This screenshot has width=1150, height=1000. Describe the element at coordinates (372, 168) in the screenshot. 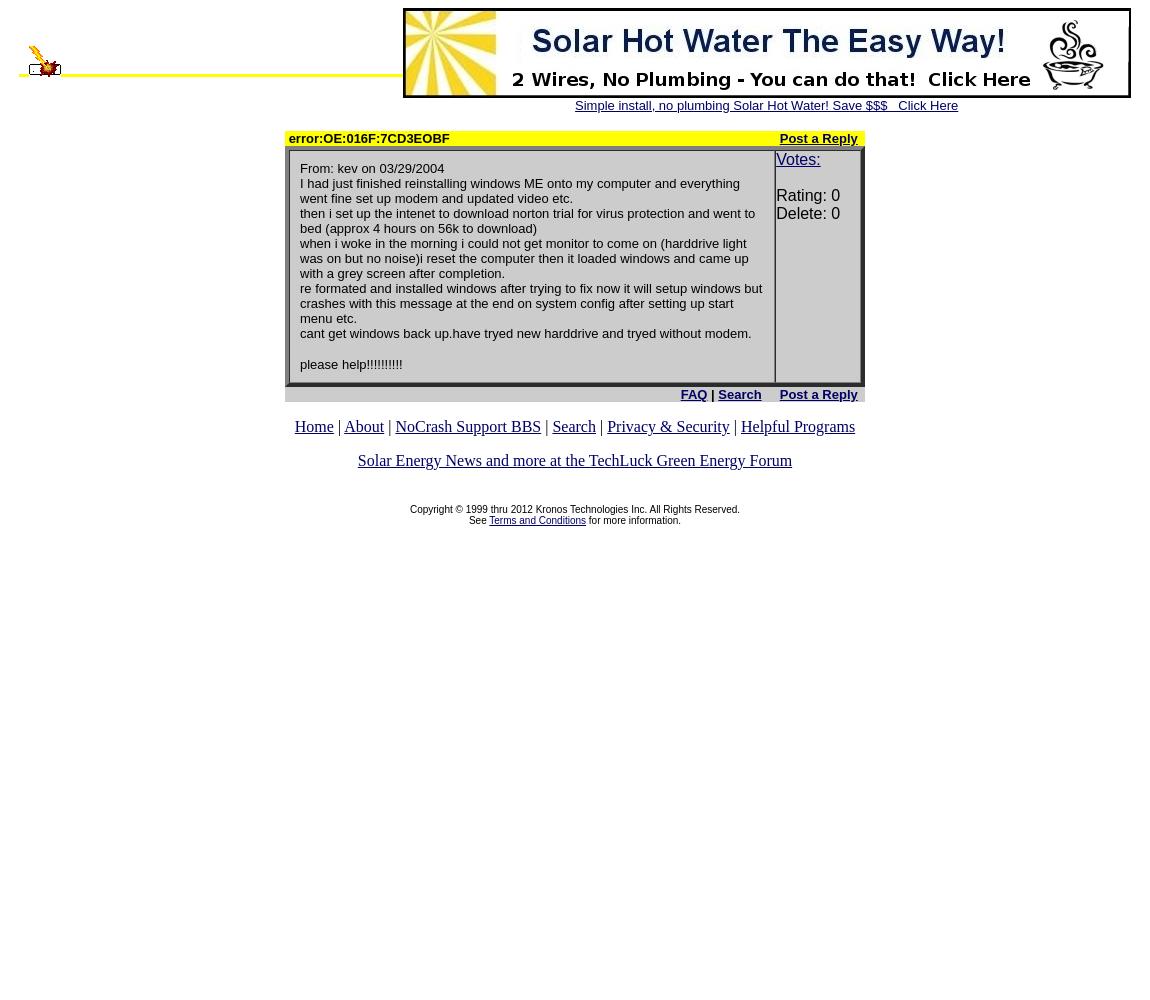

I see `'From: kev on 03/29/2004'` at that location.